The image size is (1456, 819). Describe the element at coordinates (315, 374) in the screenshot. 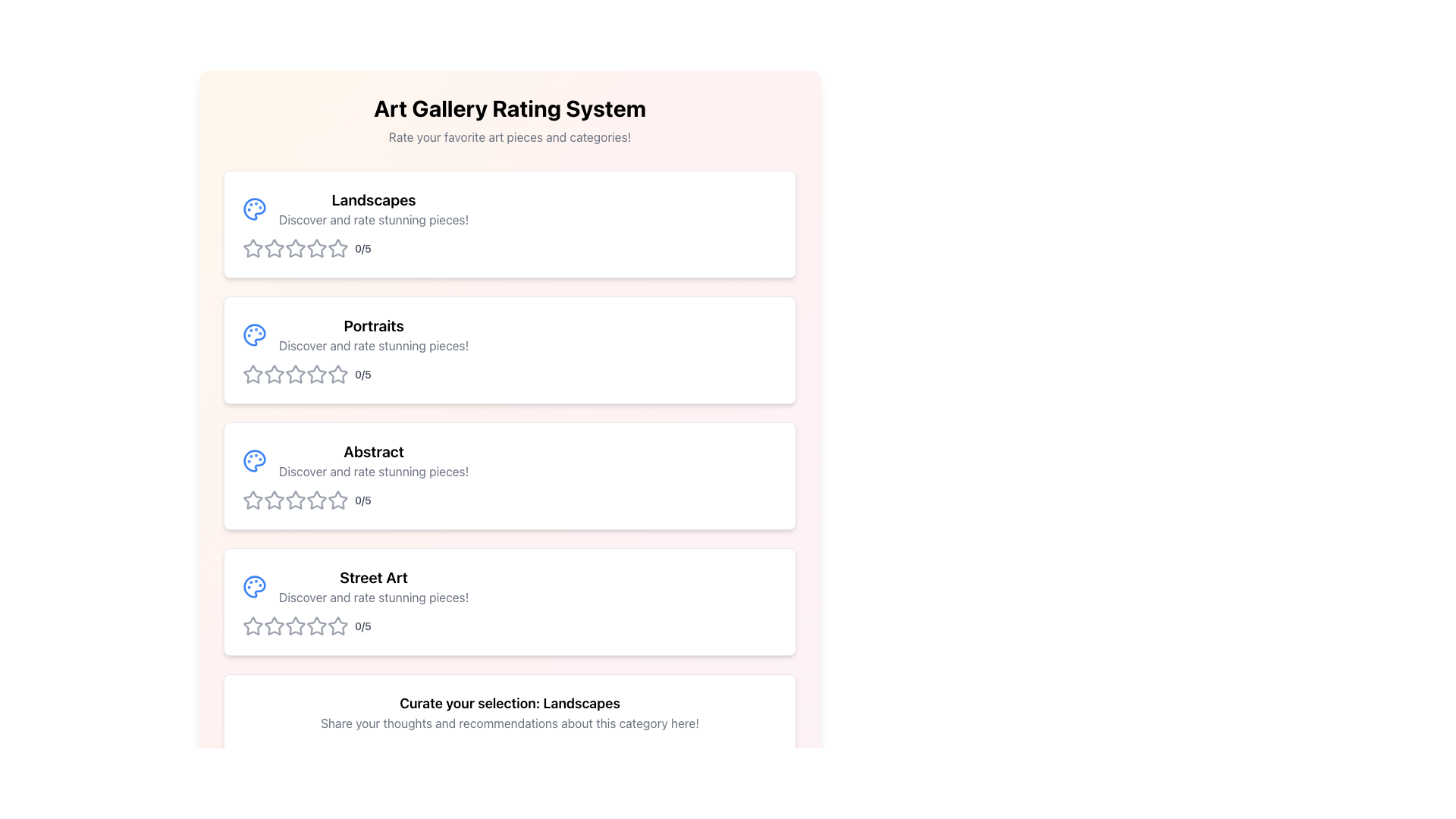

I see `the third star-shaped rating icon with a hollow center under the 'Portraits' category` at that location.